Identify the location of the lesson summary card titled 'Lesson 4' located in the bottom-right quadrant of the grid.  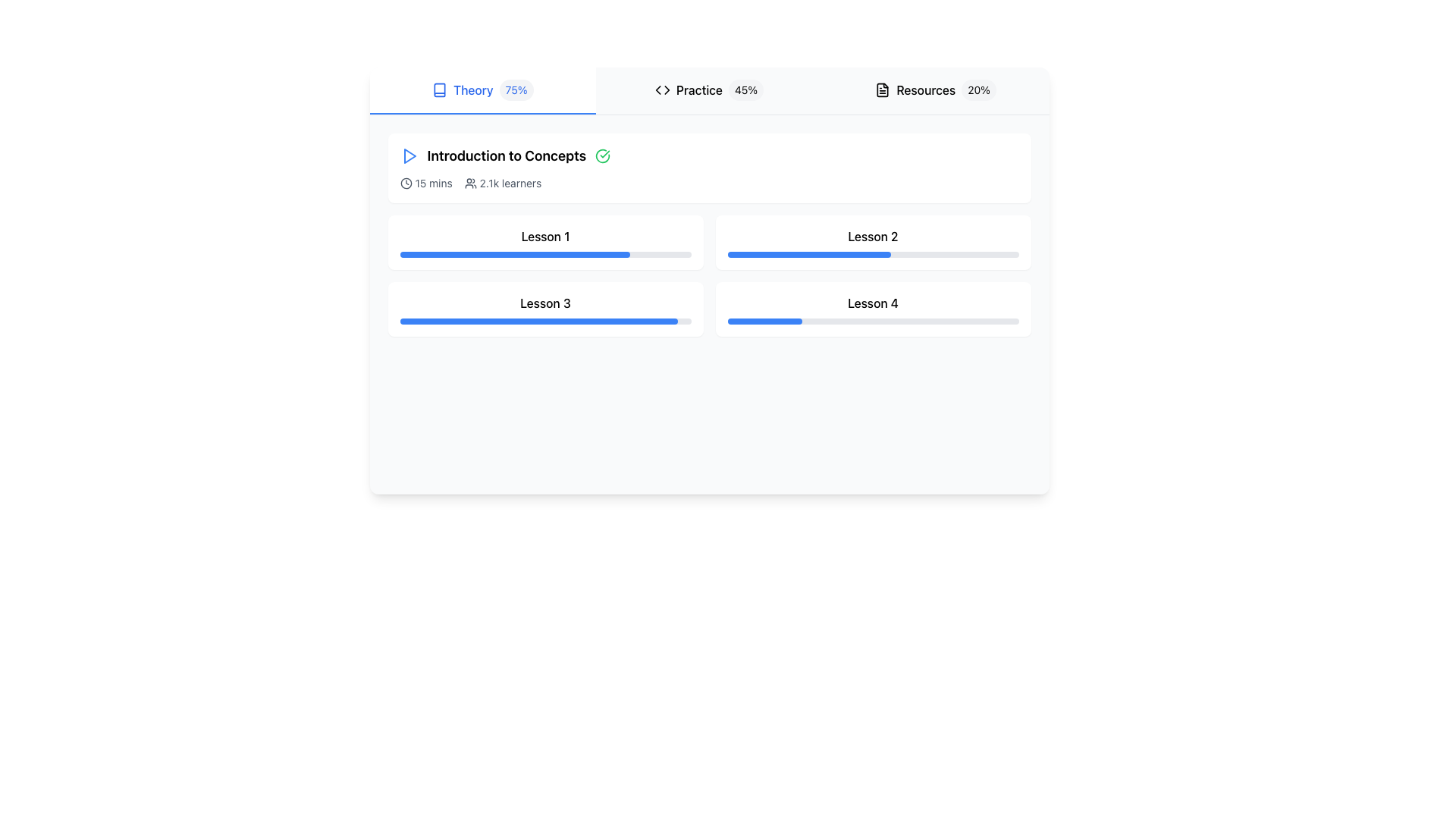
(873, 309).